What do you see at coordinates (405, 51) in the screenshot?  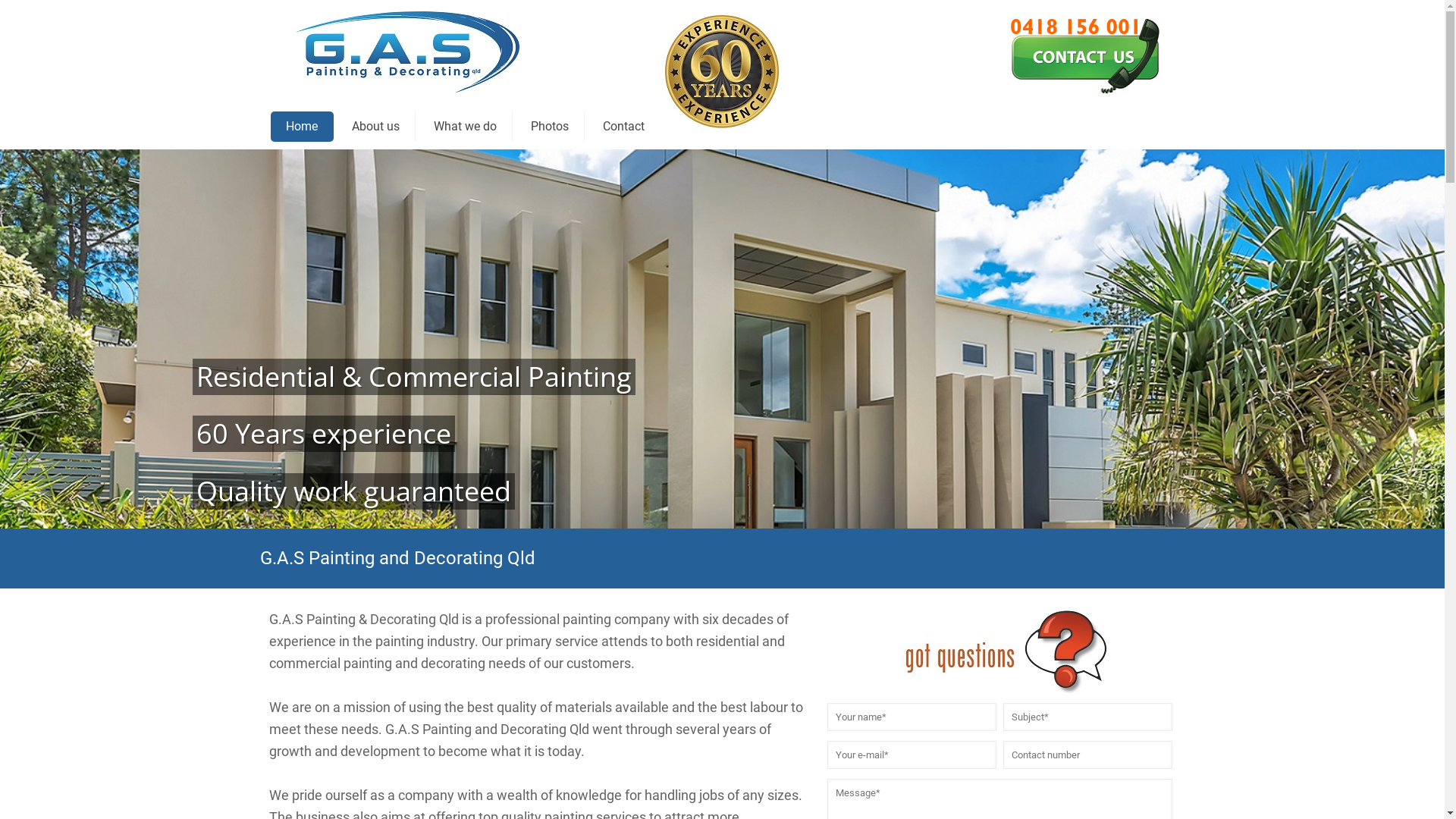 I see `'G.A.S Painting & Decorating Qld'` at bounding box center [405, 51].